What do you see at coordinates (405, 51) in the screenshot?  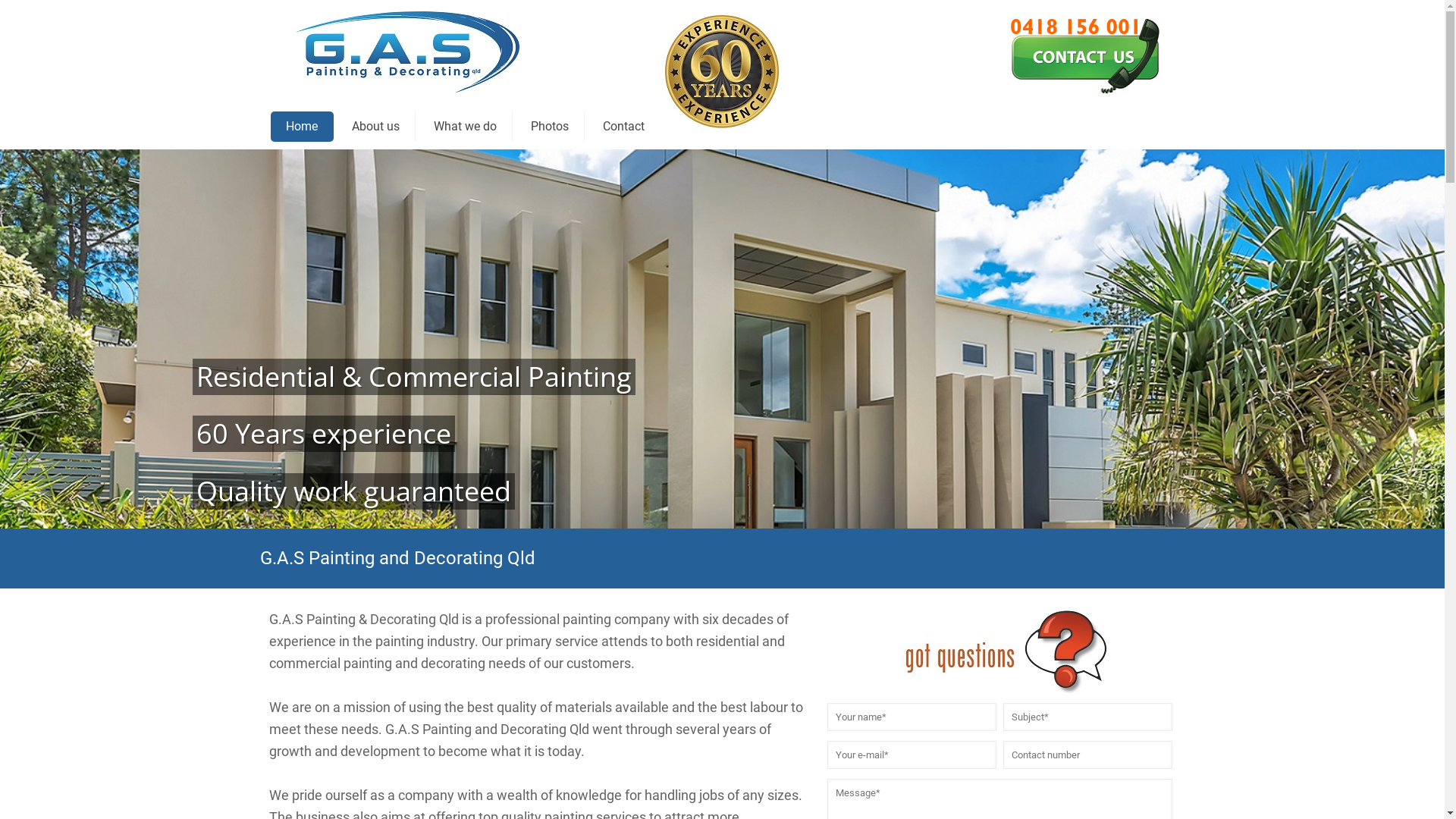 I see `'G.A.S Painting & Decorating Qld'` at bounding box center [405, 51].